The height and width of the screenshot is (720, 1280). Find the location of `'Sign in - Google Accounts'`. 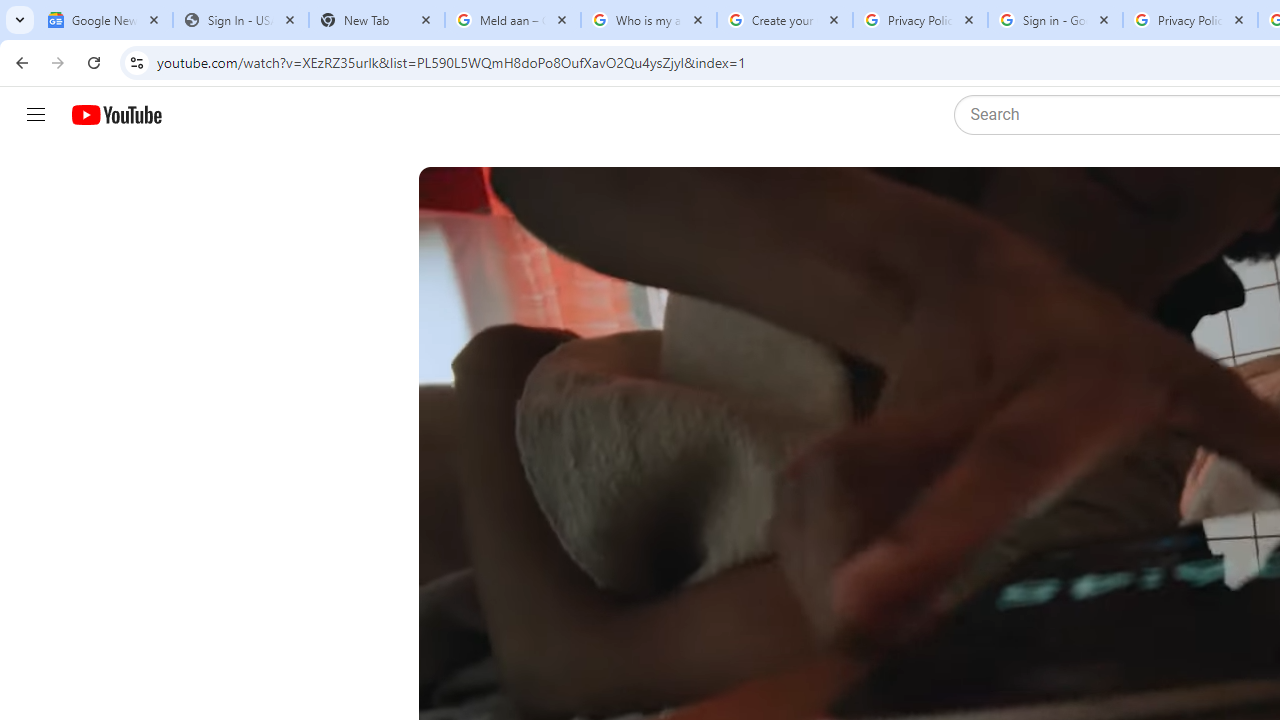

'Sign in - Google Accounts' is located at coordinates (1054, 20).